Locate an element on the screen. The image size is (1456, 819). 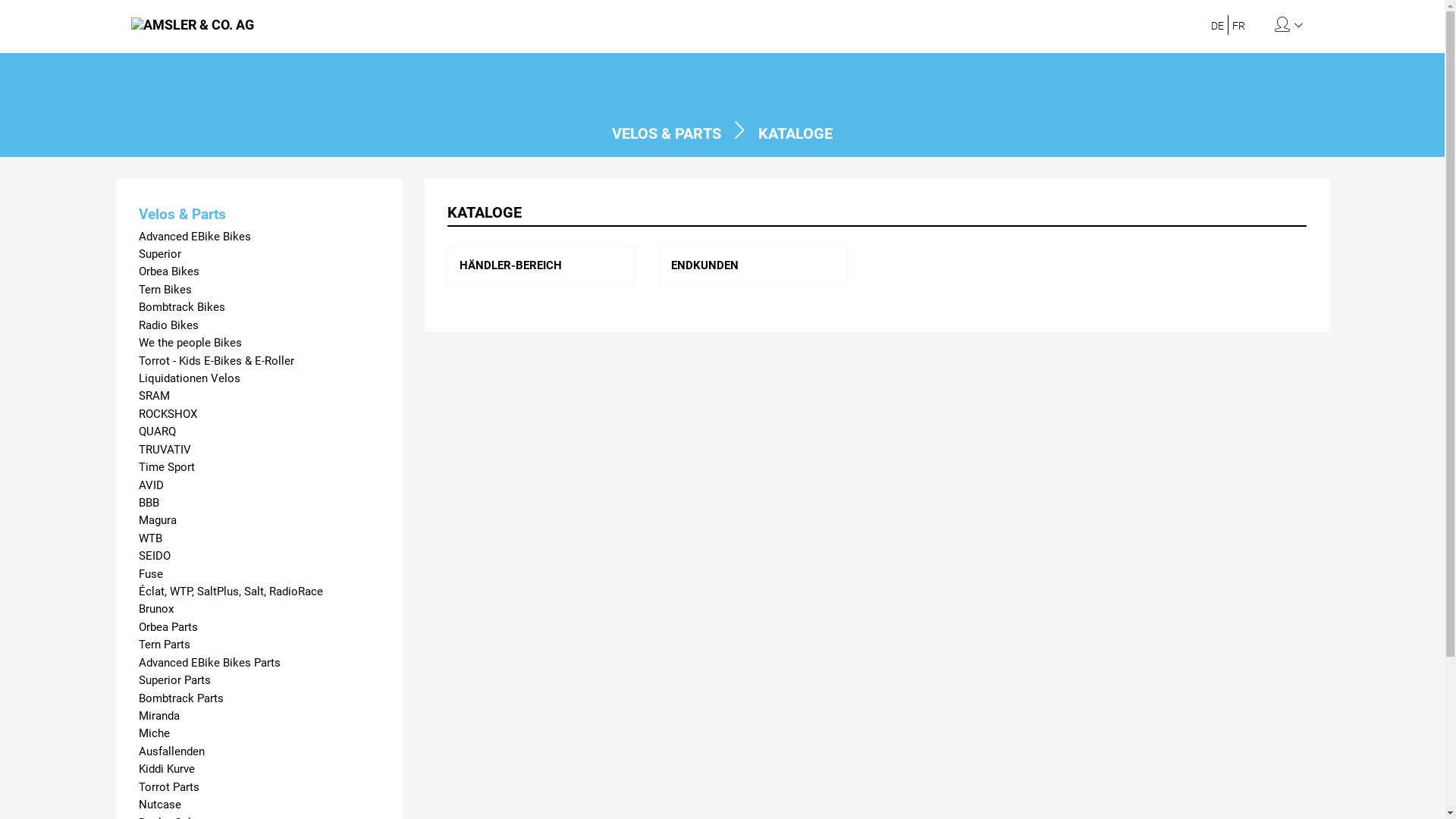
'Torrot Parts' is located at coordinates (138, 786).